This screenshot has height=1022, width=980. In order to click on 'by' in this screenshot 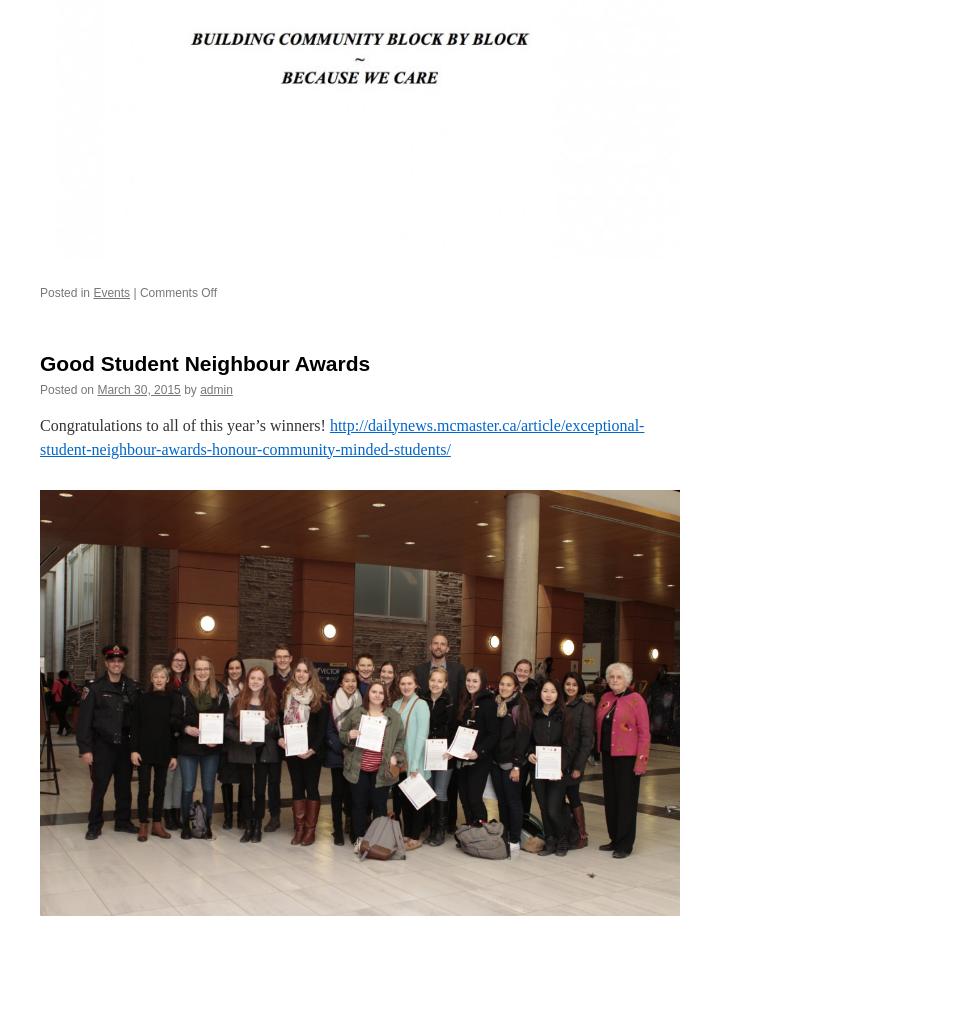, I will do `click(190, 387)`.